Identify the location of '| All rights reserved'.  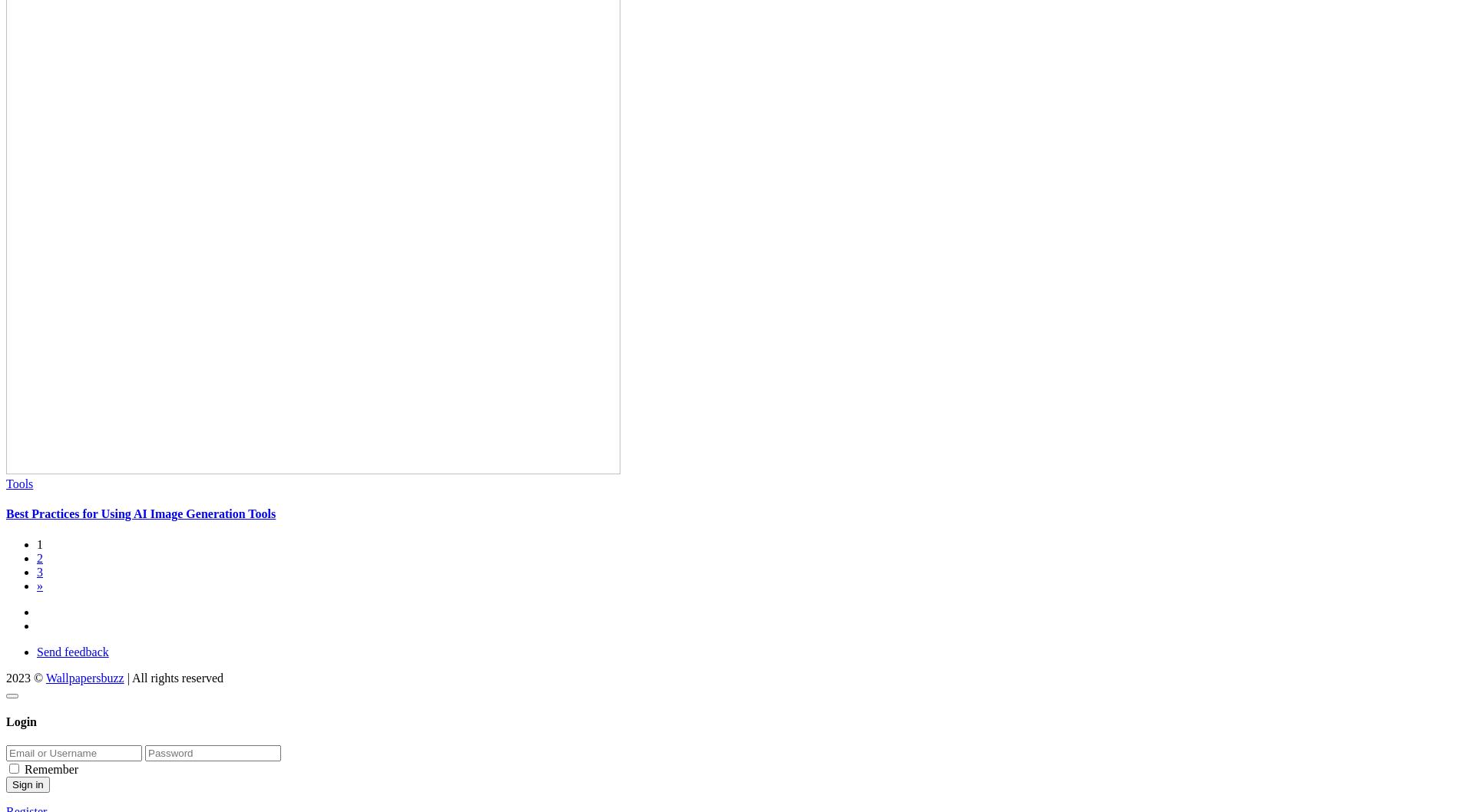
(173, 677).